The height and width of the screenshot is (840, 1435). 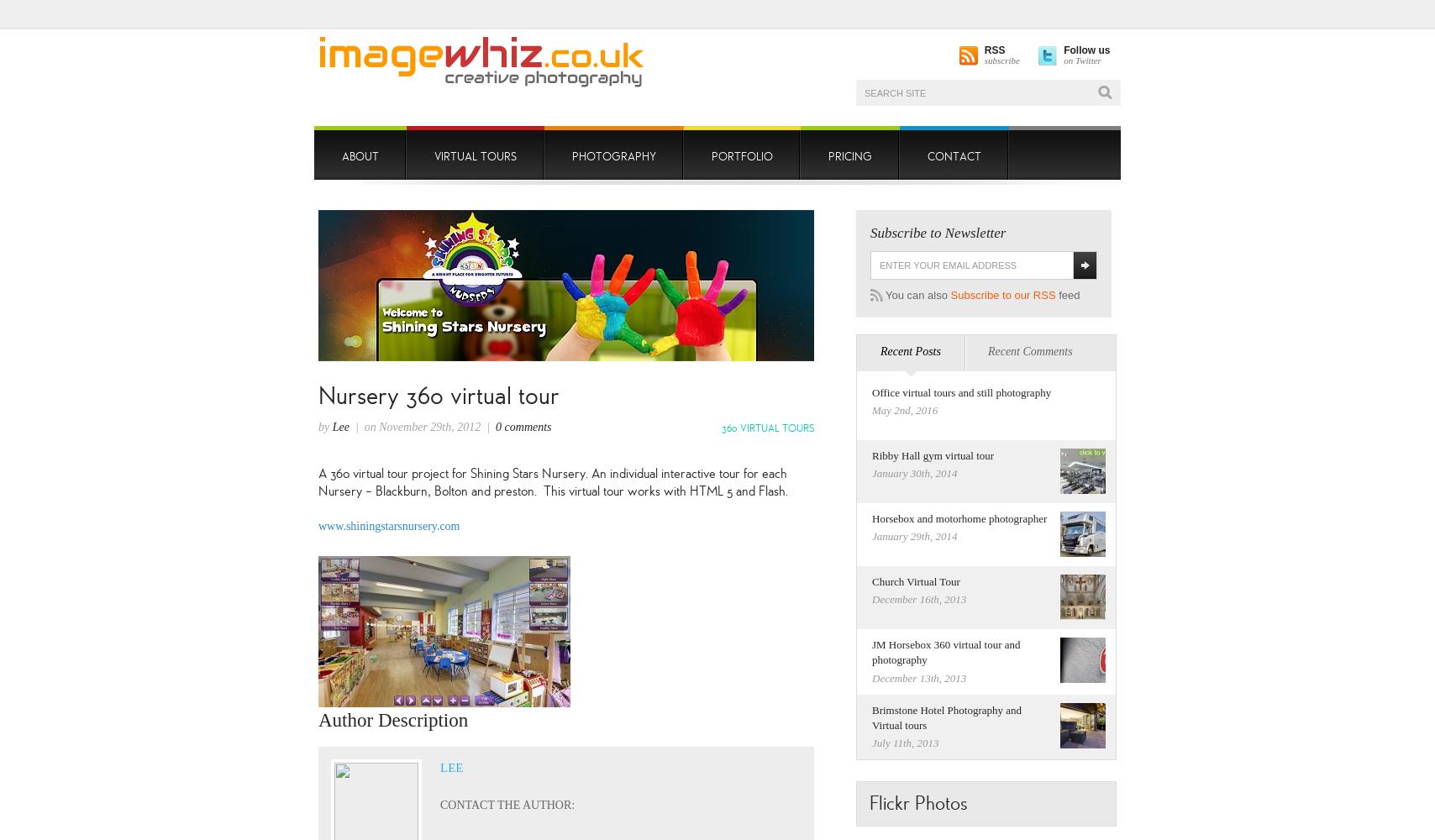 What do you see at coordinates (946, 716) in the screenshot?
I see `'Brimstone Hotel Photography and Virtual tours'` at bounding box center [946, 716].